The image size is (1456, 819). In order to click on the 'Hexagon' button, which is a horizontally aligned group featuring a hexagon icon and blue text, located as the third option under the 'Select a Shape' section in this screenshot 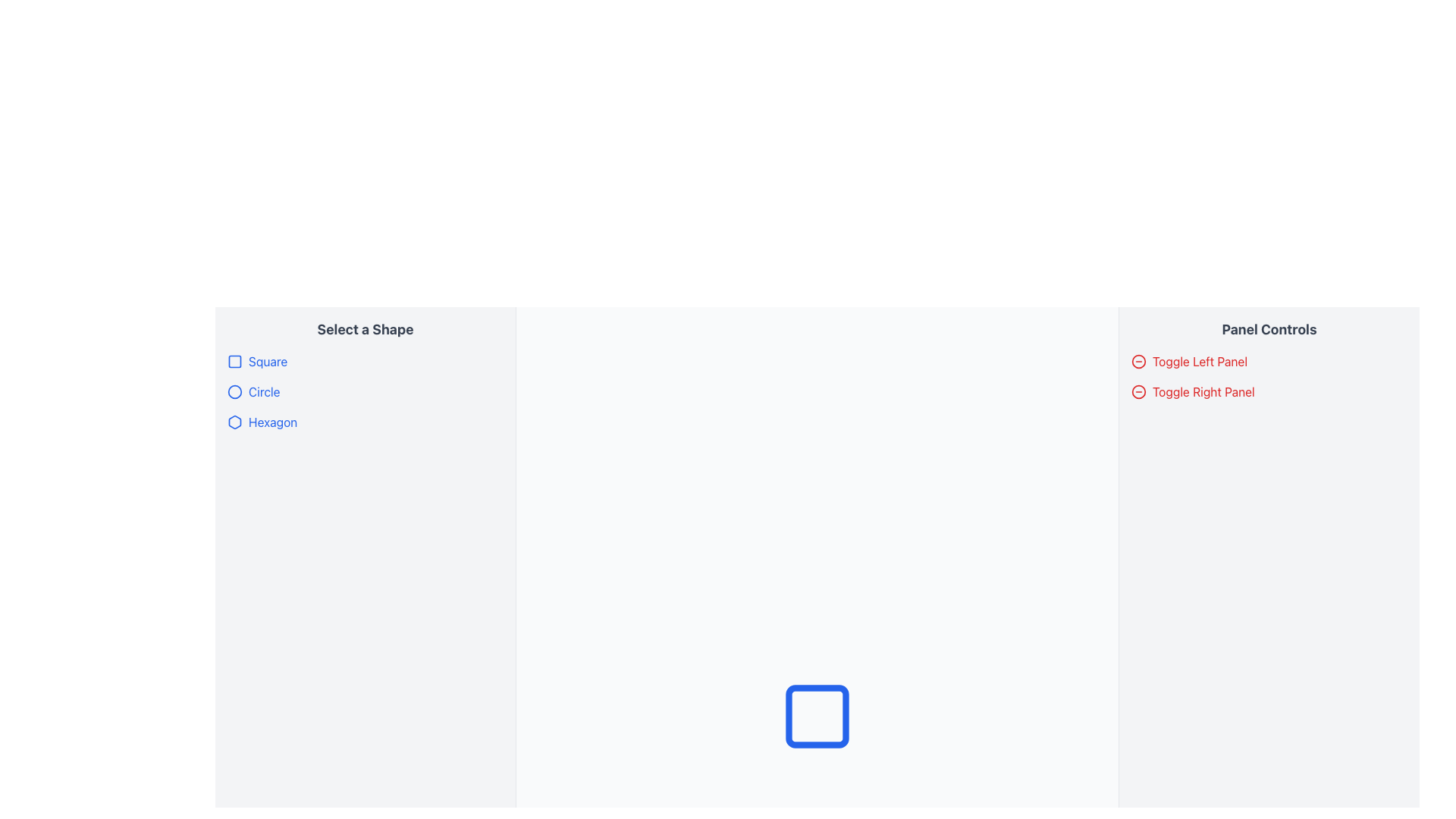, I will do `click(262, 422)`.